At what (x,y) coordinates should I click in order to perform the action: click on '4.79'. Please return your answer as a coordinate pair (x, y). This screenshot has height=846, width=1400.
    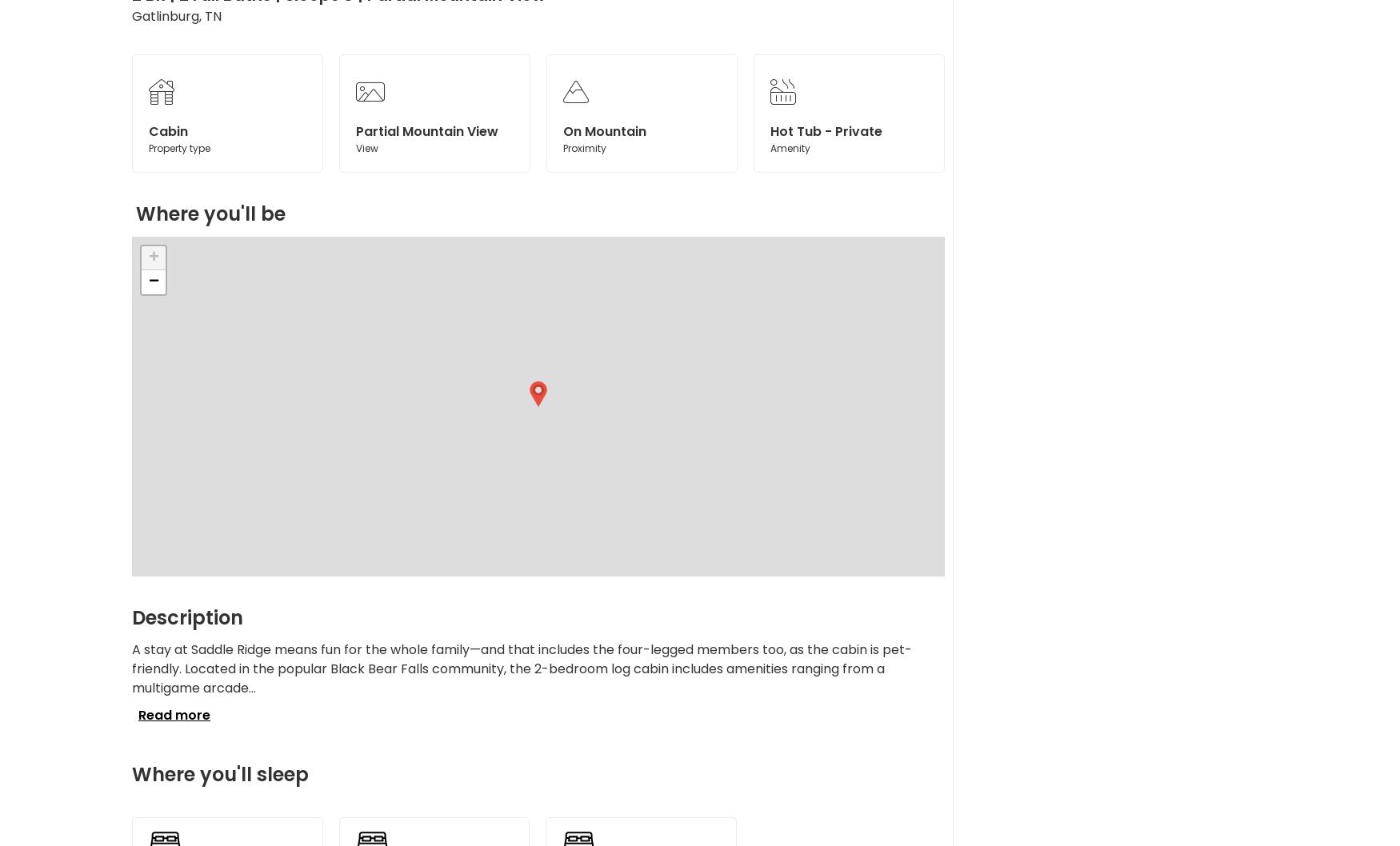
    Looking at the image, I should click on (633, 178).